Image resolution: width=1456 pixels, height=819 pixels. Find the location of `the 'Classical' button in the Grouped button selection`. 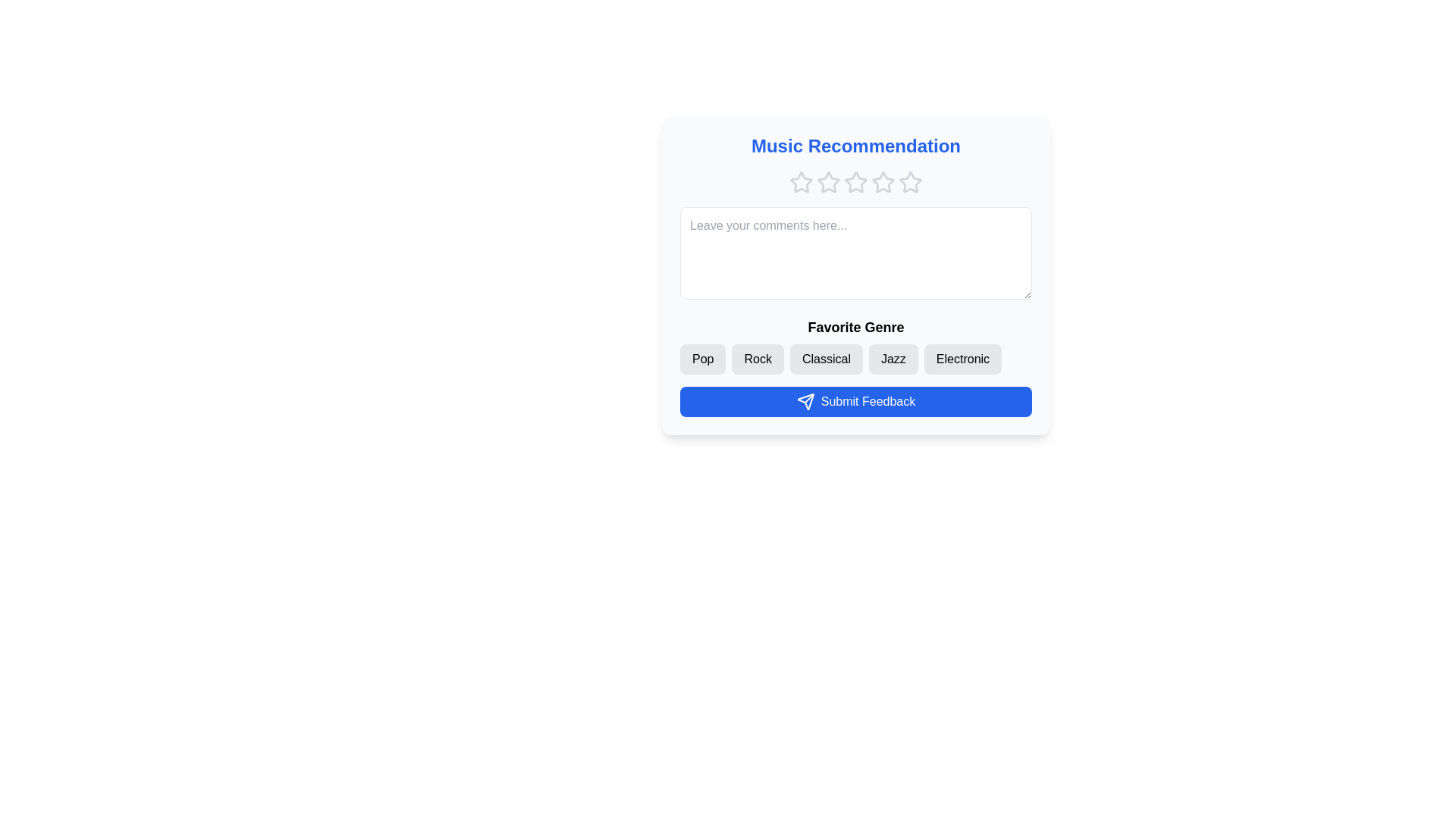

the 'Classical' button in the Grouped button selection is located at coordinates (855, 345).